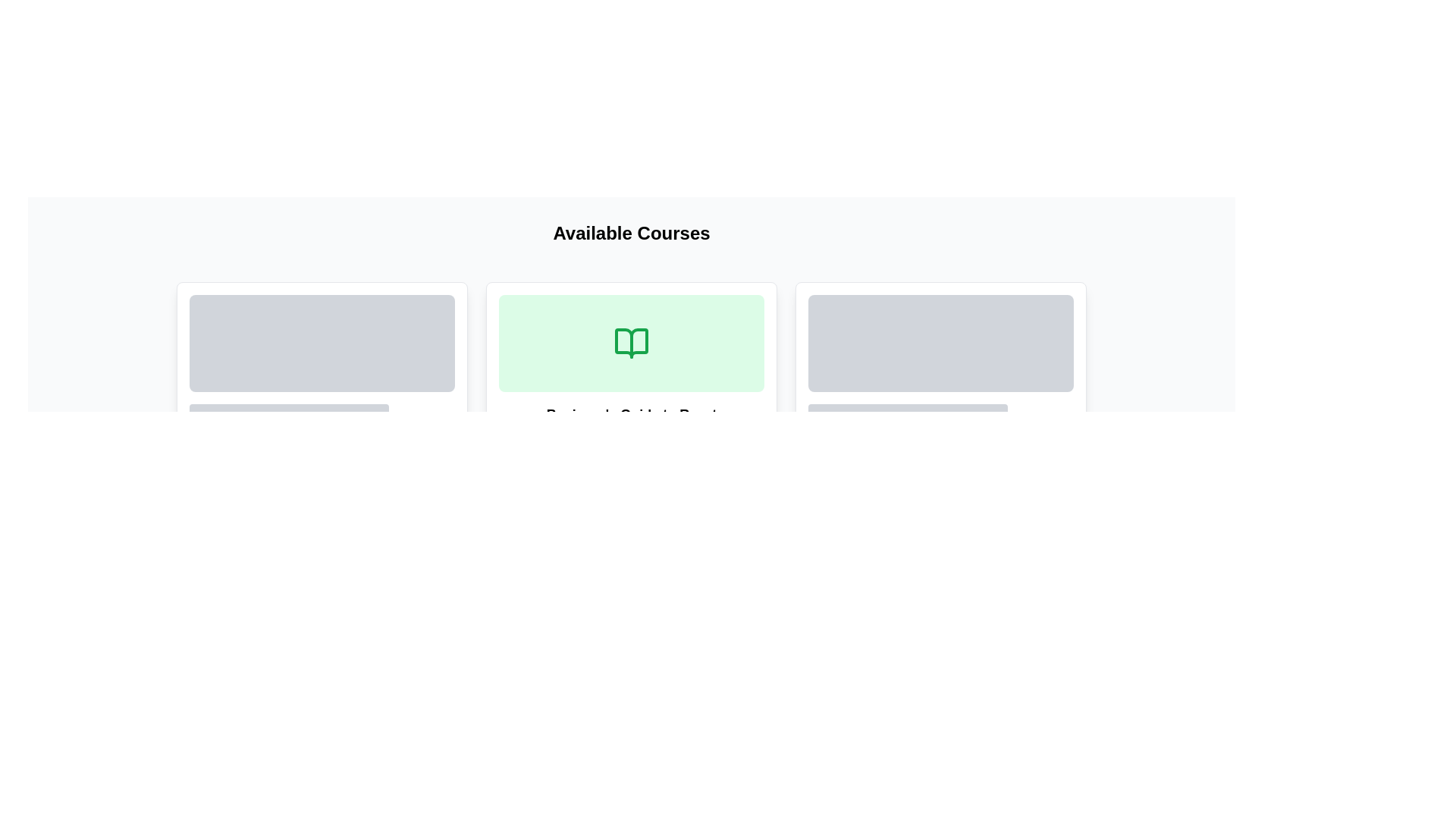 The height and width of the screenshot is (819, 1456). Describe the element at coordinates (940, 366) in the screenshot. I see `the Decorative Placeholder located at the top of the third card from the left in a horizontally-aligned series of cards` at that location.